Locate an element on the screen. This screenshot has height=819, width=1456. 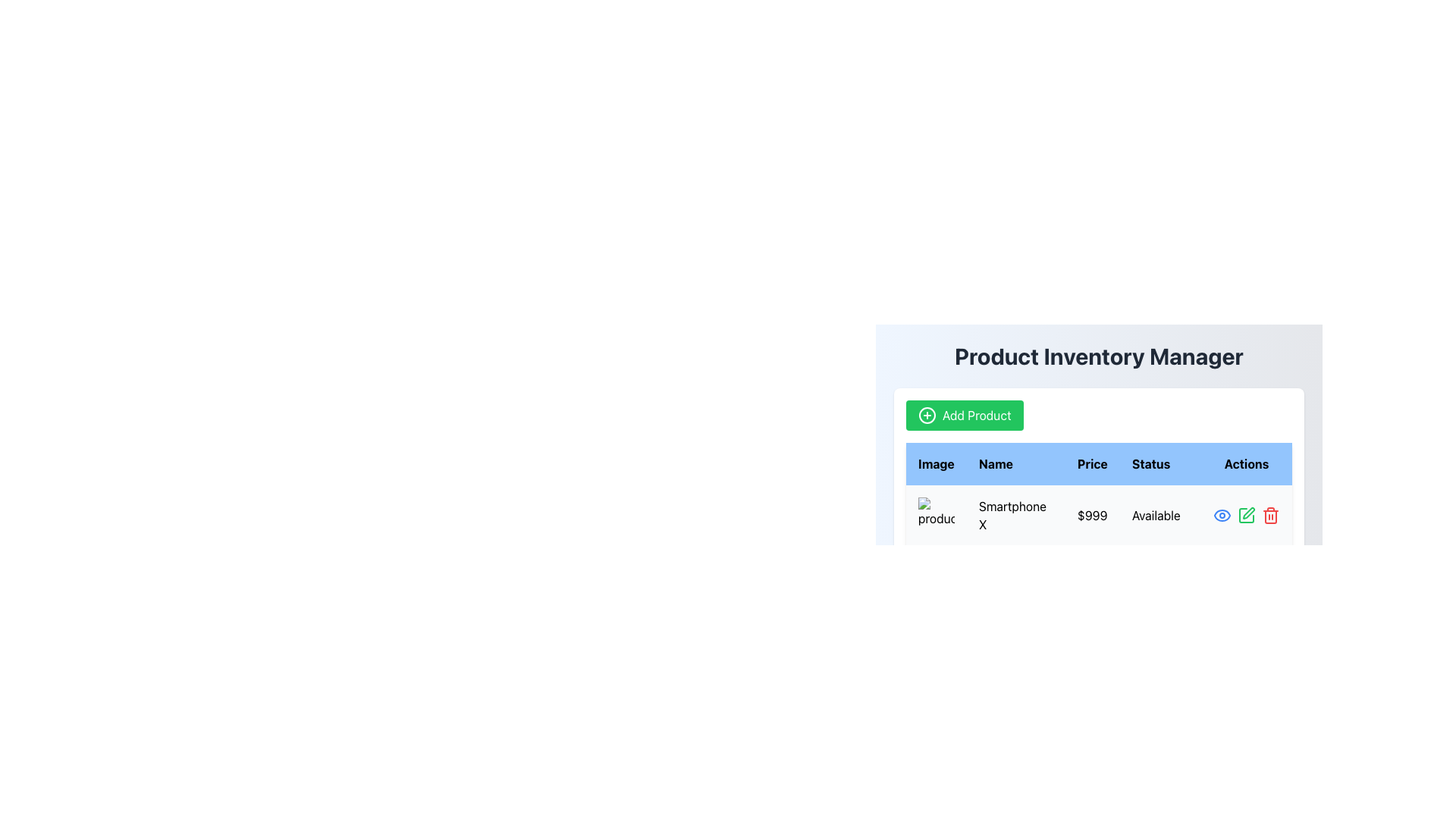
the red trashcan icon button located in the 'Actions' column of the table is located at coordinates (1270, 514).